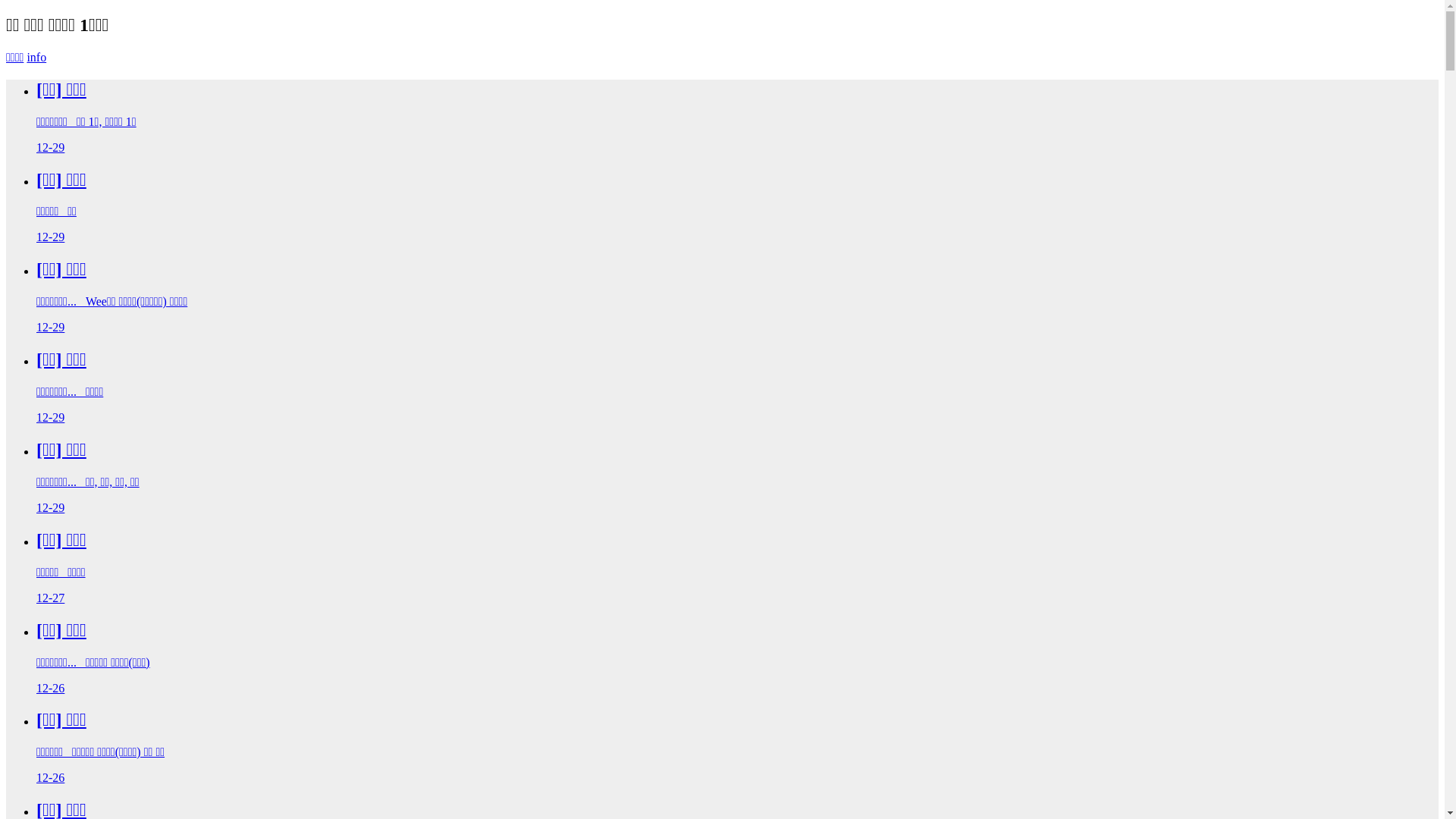 The image size is (1456, 819). Describe the element at coordinates (36, 56) in the screenshot. I see `'info'` at that location.